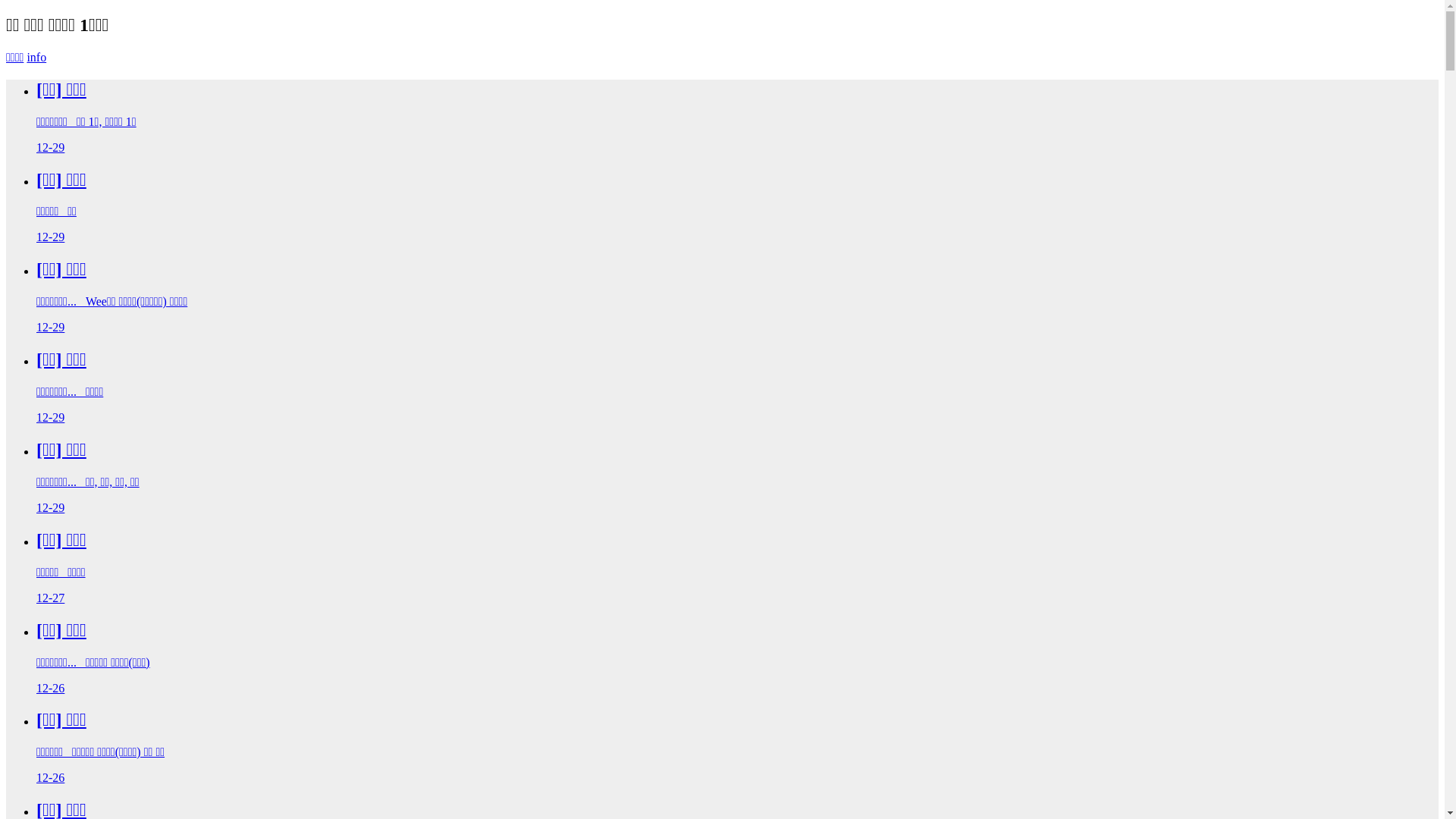 The image size is (1456, 819). Describe the element at coordinates (36, 56) in the screenshot. I see `'info'` at that location.